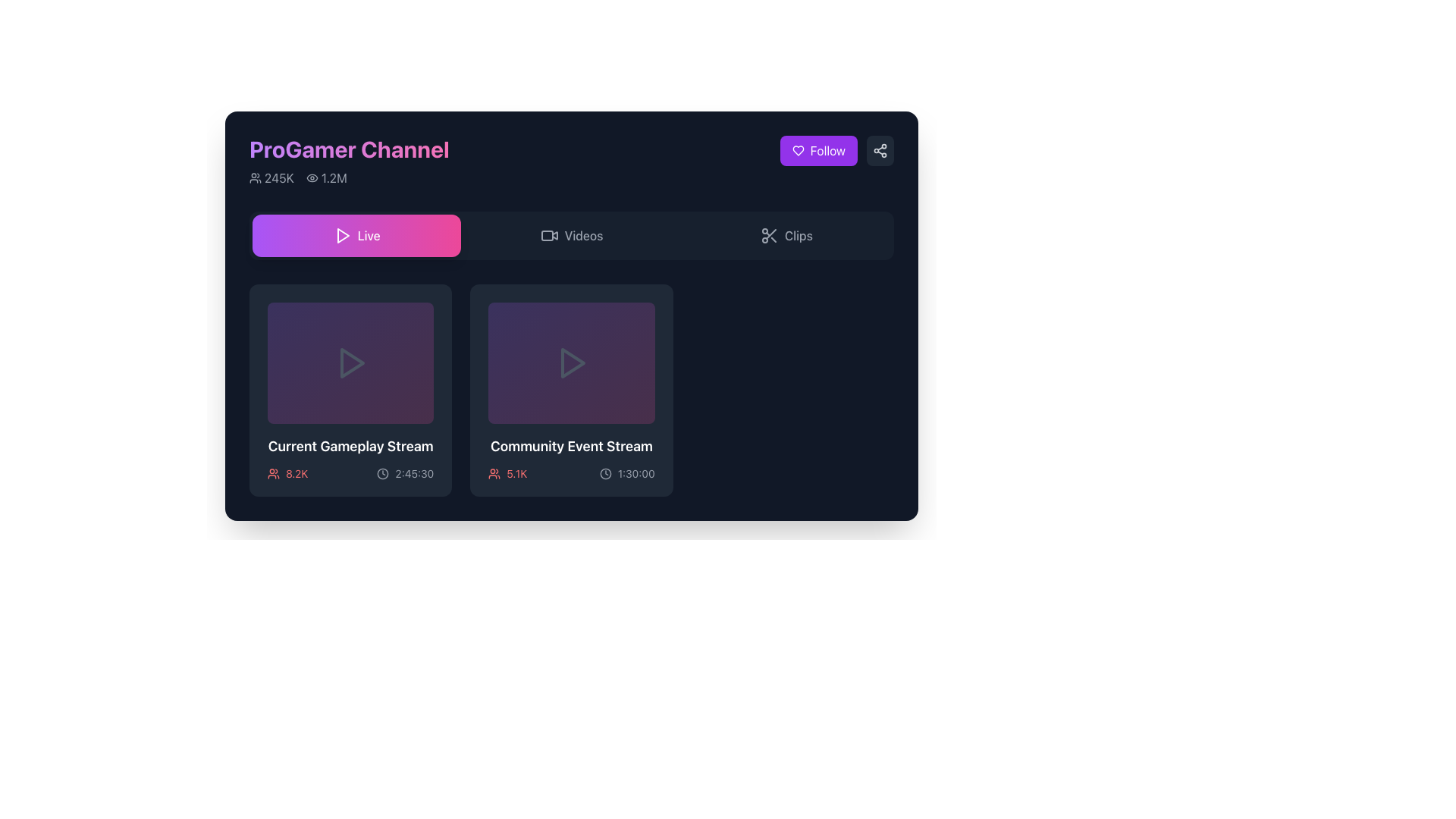 This screenshot has height=819, width=1456. I want to click on the triangular play icon, which is a hollow triangle pointing to the right, located in the thumbnail of the video titled 'Current Gameplay Stream', to initiate video playback, so click(350, 362).